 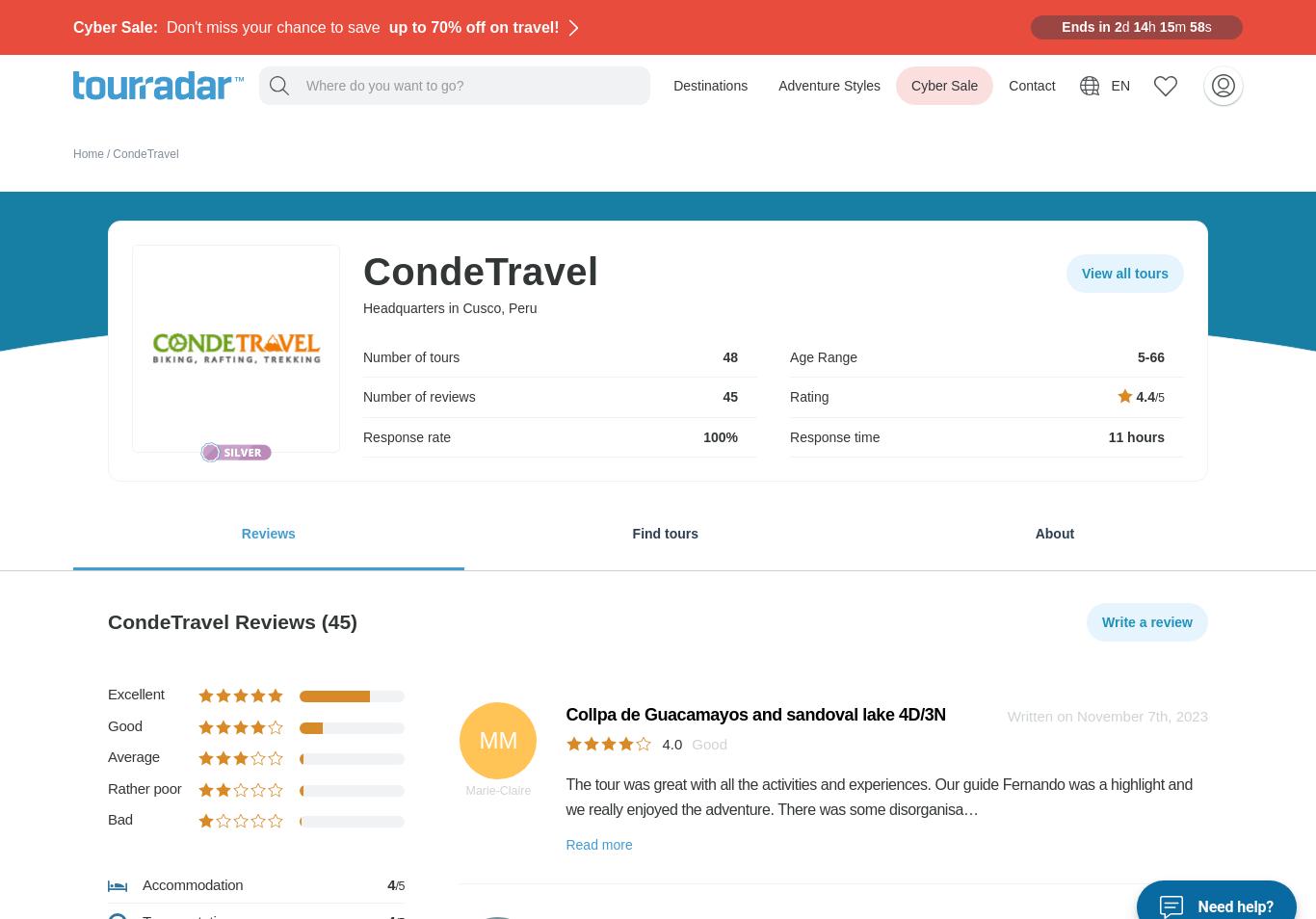 I want to click on '15', so click(x=1166, y=26).